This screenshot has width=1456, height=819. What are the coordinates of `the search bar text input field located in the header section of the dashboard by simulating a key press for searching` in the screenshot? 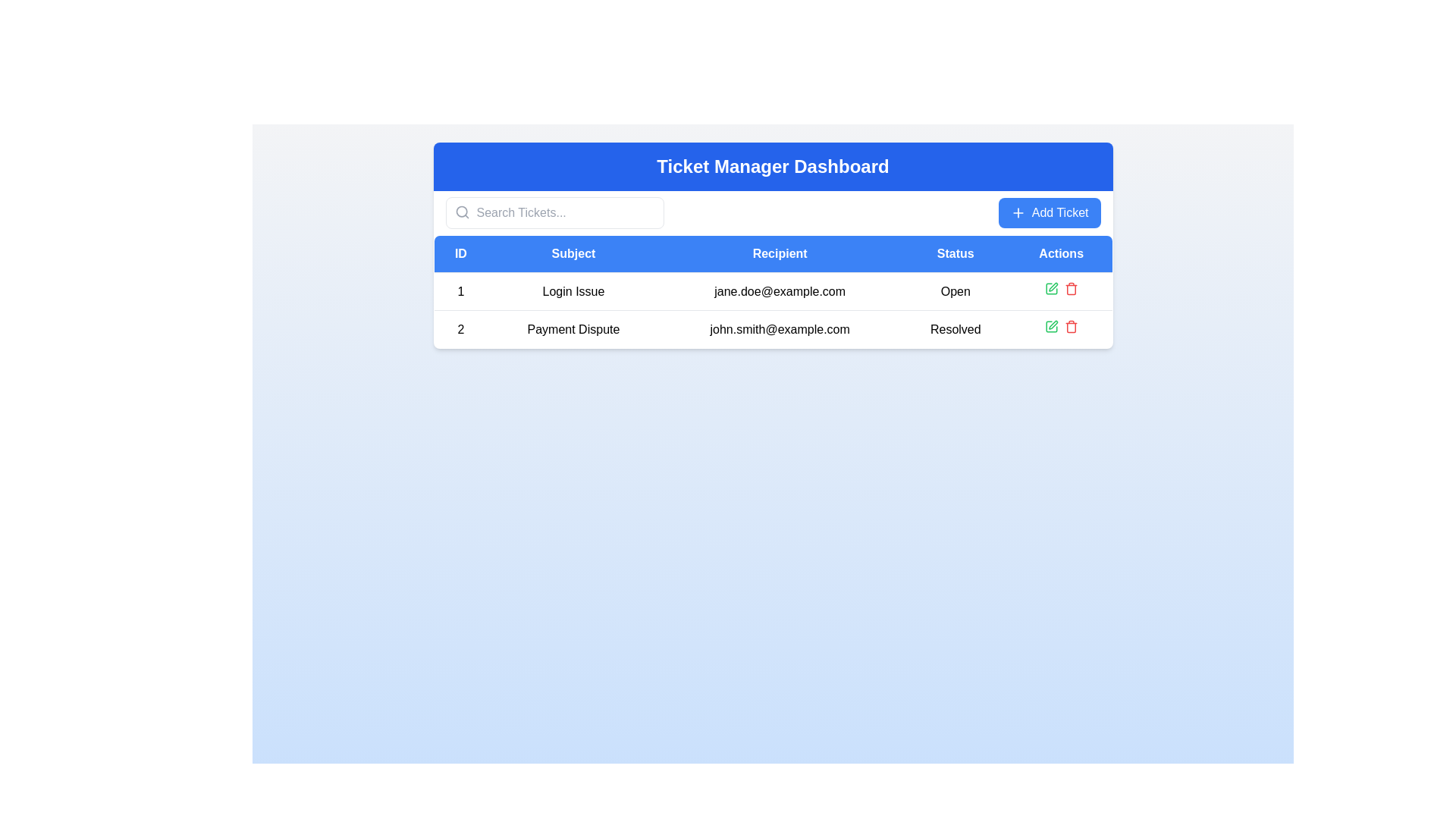 It's located at (554, 213).